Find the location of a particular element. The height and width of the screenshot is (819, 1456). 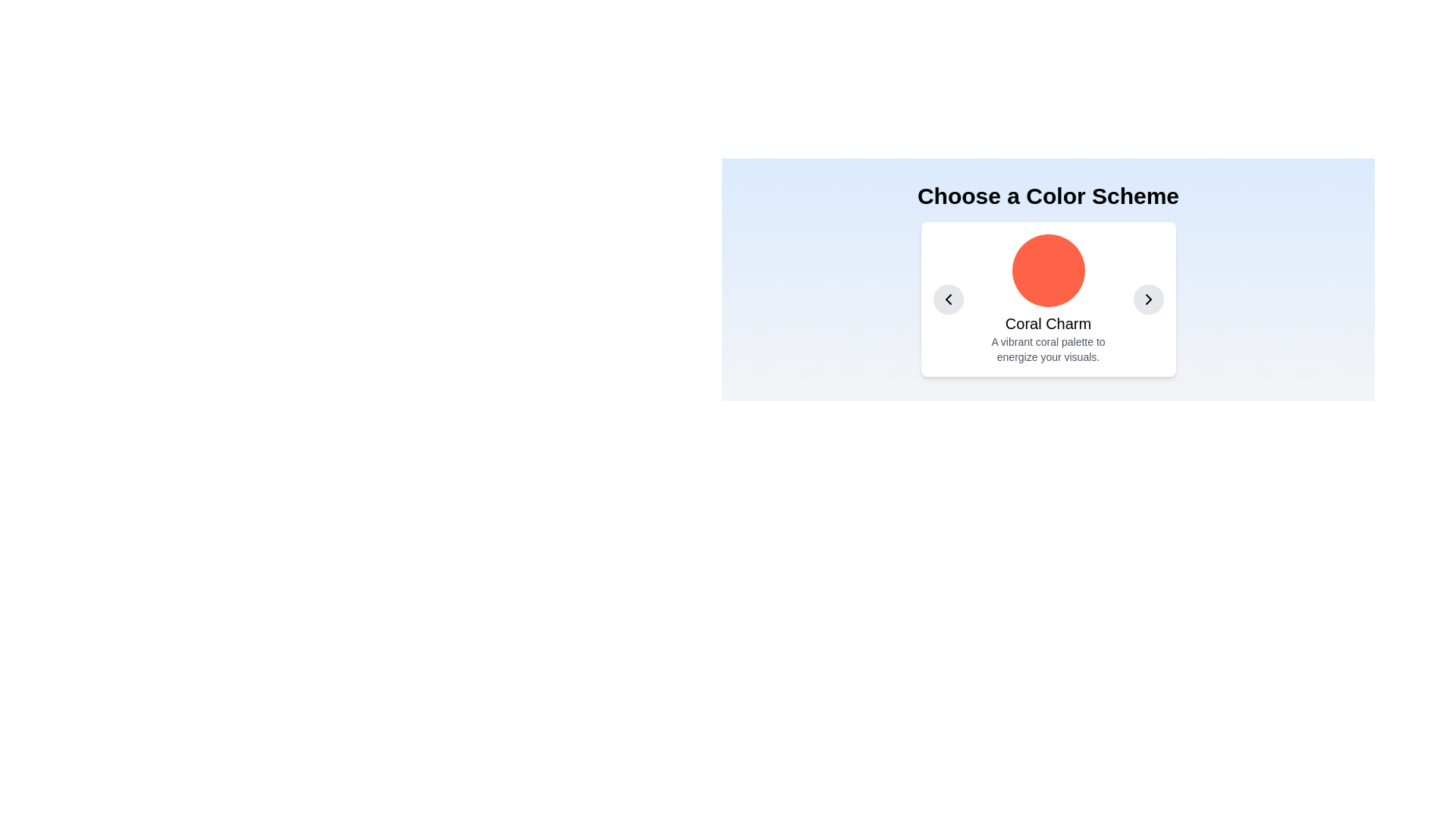

displayed information from the selection panel for the 'Coral Charm' color theme, which includes text and a coral-colored icon is located at coordinates (1047, 300).